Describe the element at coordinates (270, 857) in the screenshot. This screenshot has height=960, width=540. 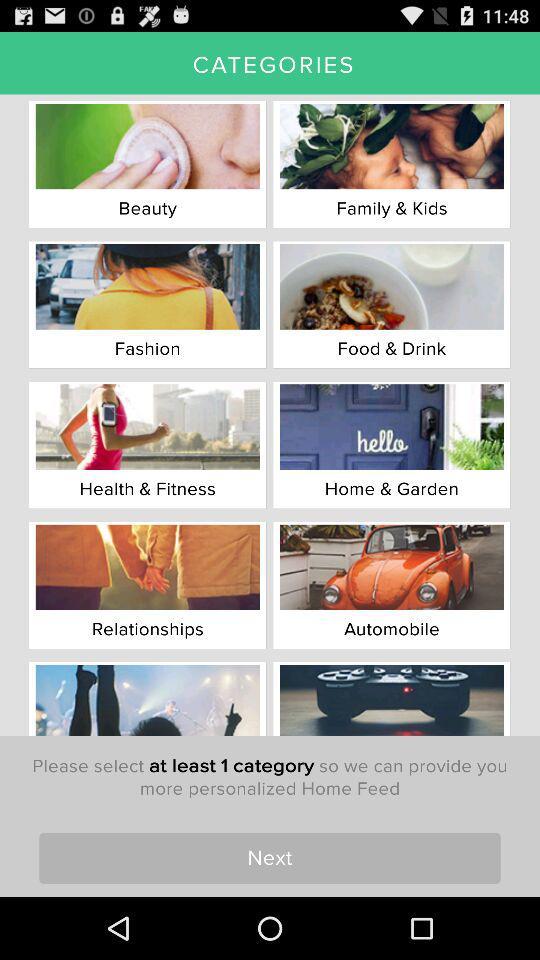
I see `next icon` at that location.